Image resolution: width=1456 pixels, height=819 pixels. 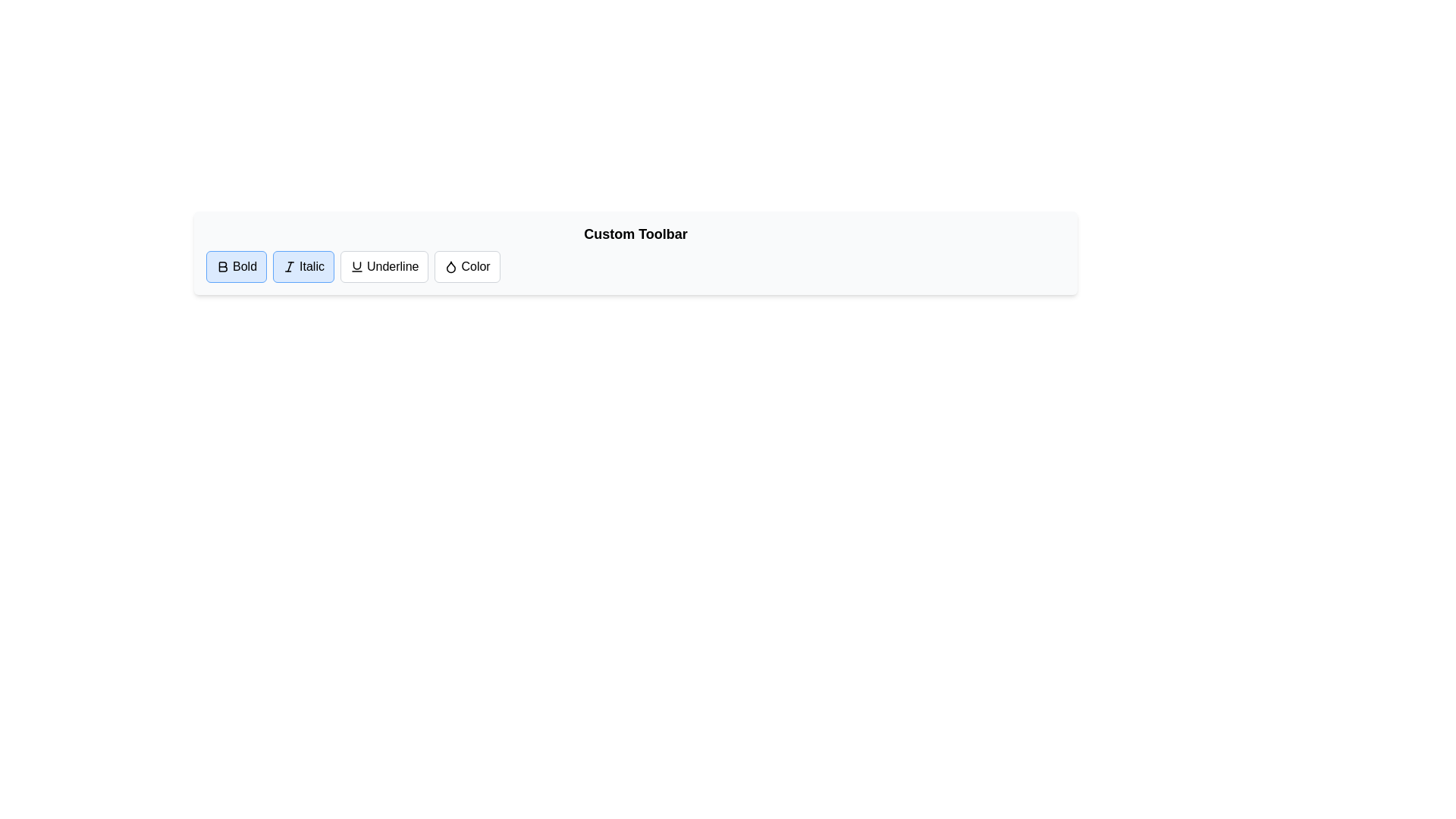 What do you see at coordinates (393, 265) in the screenshot?
I see `the text label element of the underline formatting button` at bounding box center [393, 265].